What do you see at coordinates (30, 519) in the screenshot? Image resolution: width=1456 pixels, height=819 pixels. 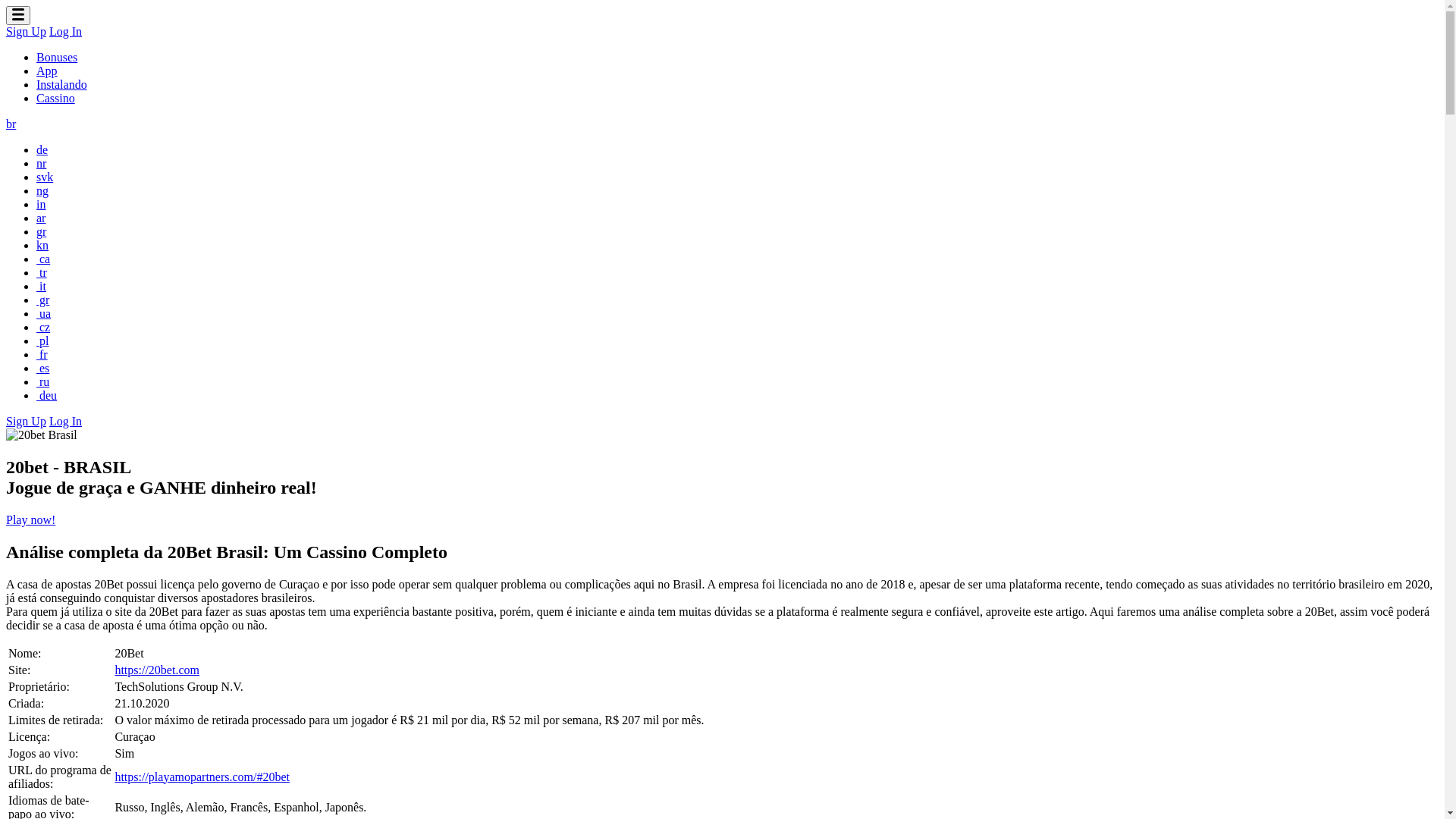 I see `'Play now!'` at bounding box center [30, 519].